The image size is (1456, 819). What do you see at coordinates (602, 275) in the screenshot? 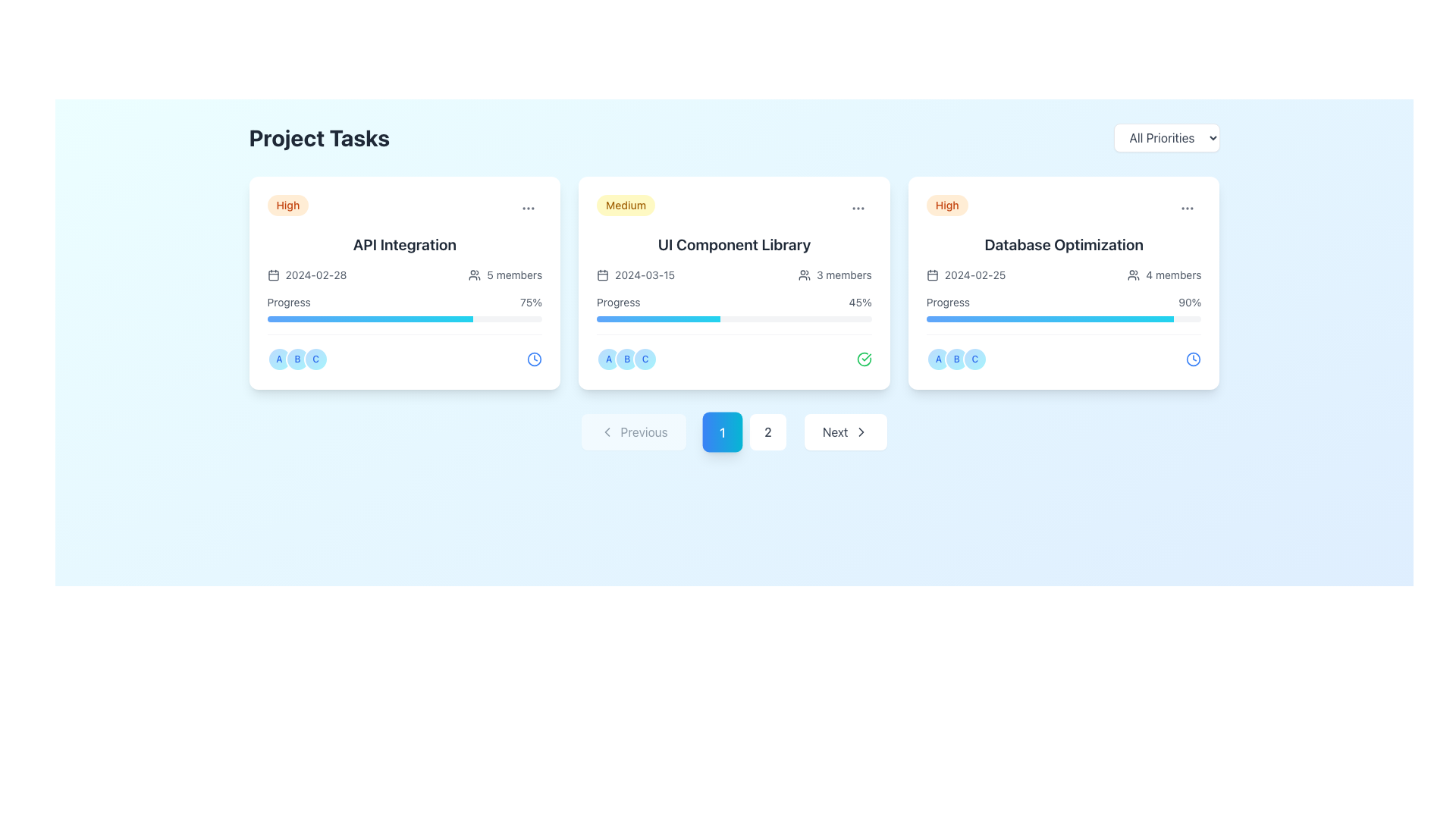
I see `the rectangle inside the calendar icon, which is located next to the date text '2024-03-15' under the 'UI Component Library' header` at bounding box center [602, 275].